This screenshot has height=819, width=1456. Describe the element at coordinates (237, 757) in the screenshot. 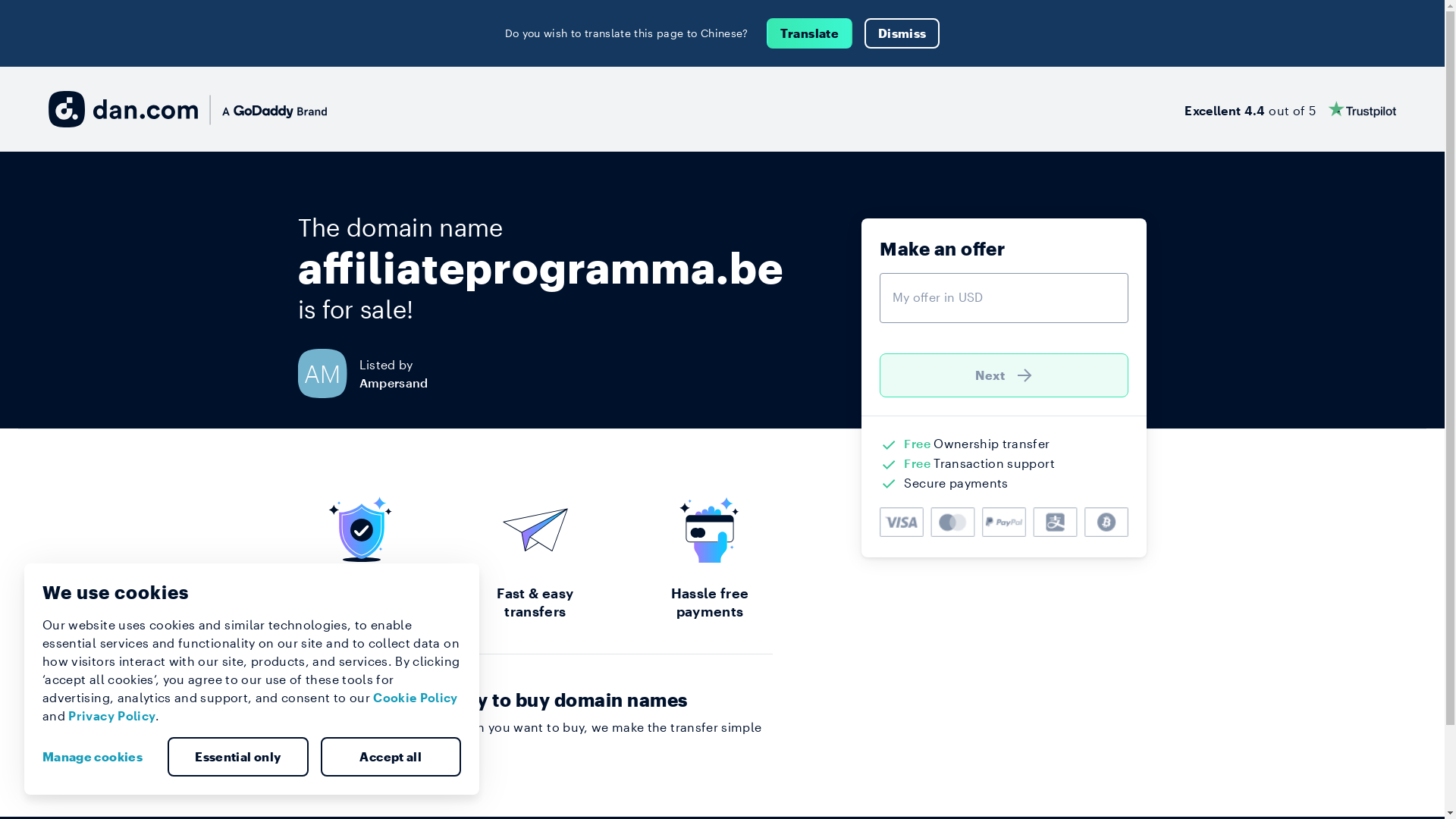

I see `'Essential only'` at that location.